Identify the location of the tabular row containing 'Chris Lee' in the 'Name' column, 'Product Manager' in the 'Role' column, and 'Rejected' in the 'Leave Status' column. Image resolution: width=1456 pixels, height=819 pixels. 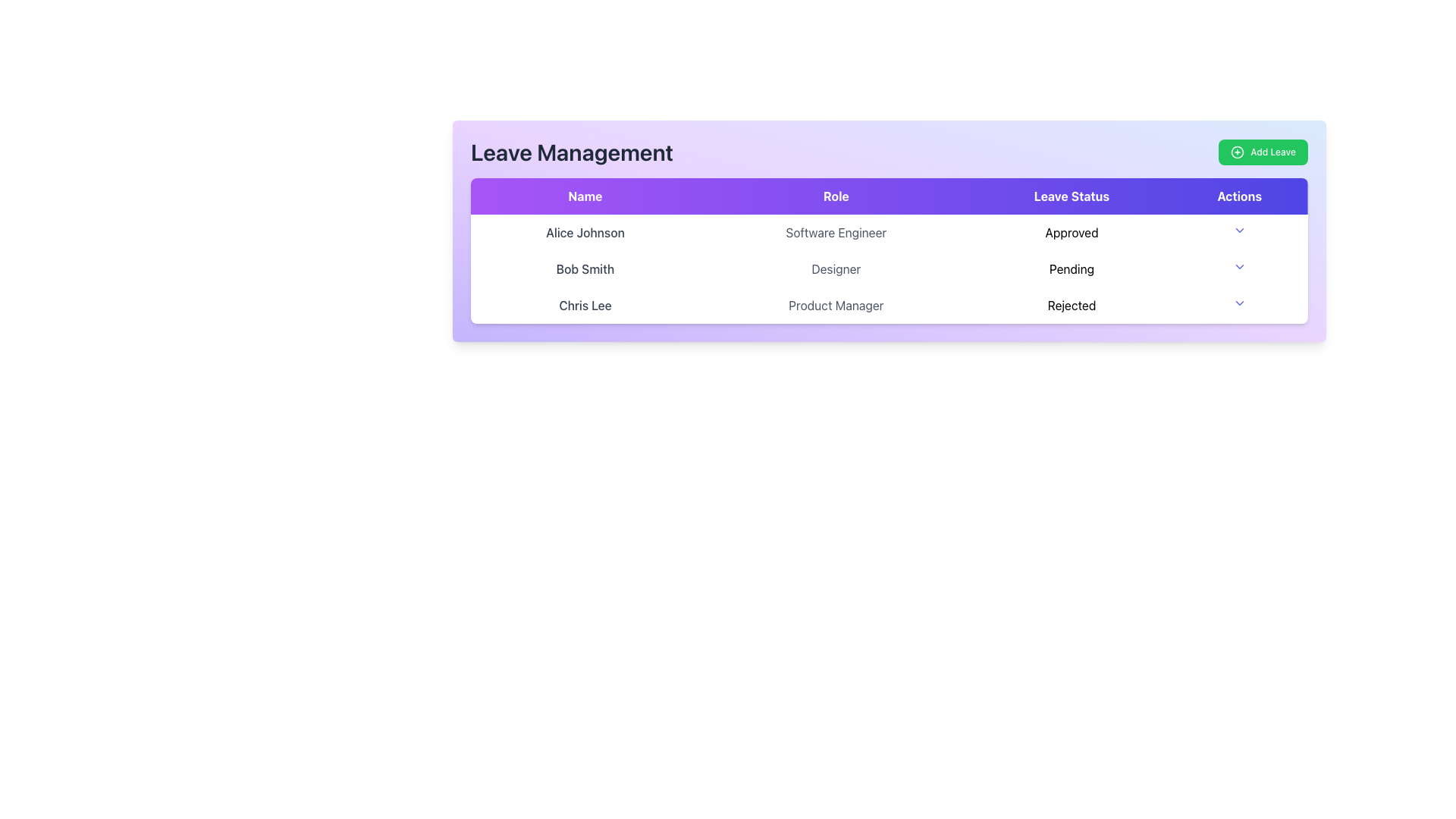
(889, 305).